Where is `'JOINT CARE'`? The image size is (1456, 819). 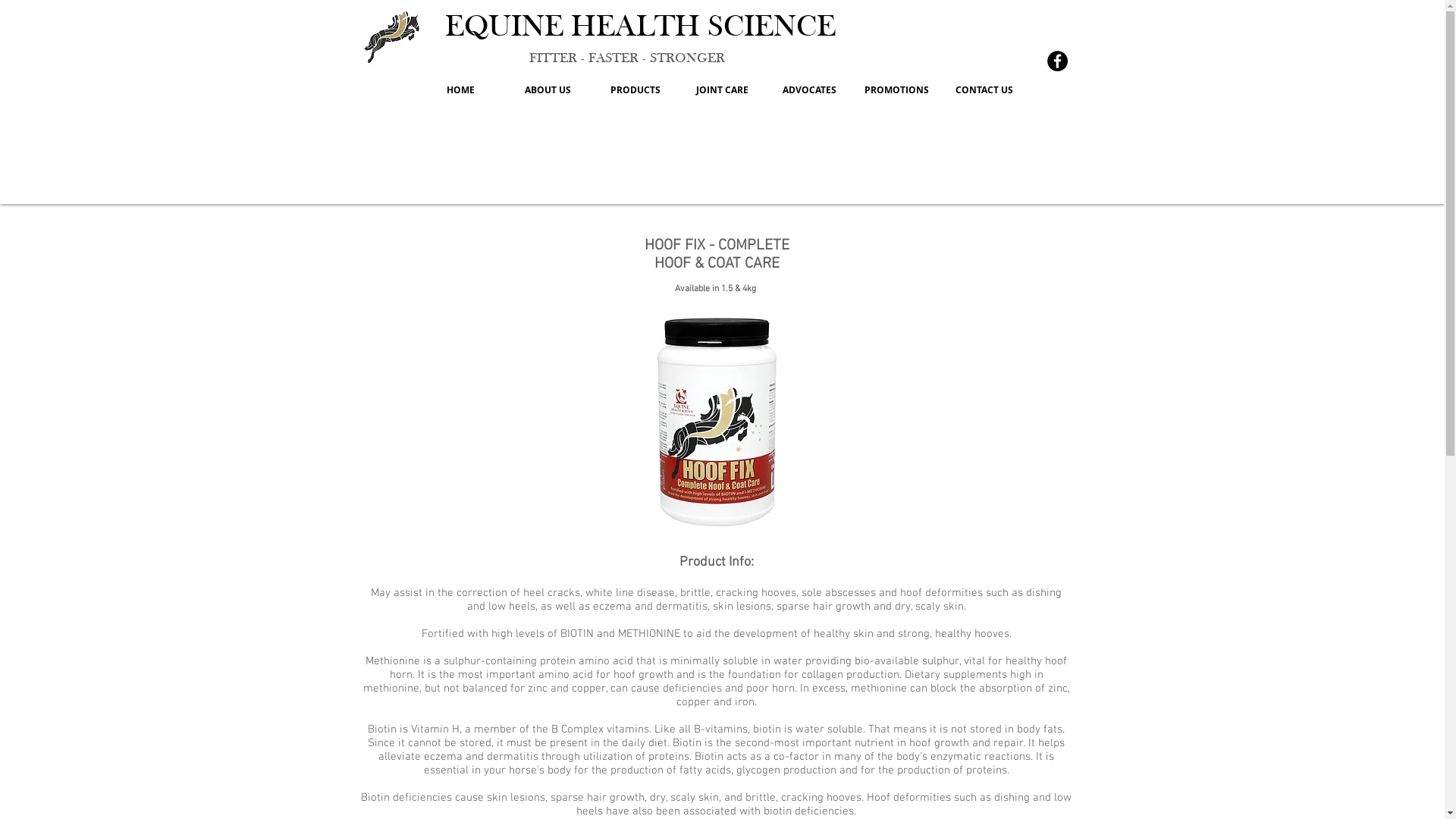 'JOINT CARE' is located at coordinates (721, 90).